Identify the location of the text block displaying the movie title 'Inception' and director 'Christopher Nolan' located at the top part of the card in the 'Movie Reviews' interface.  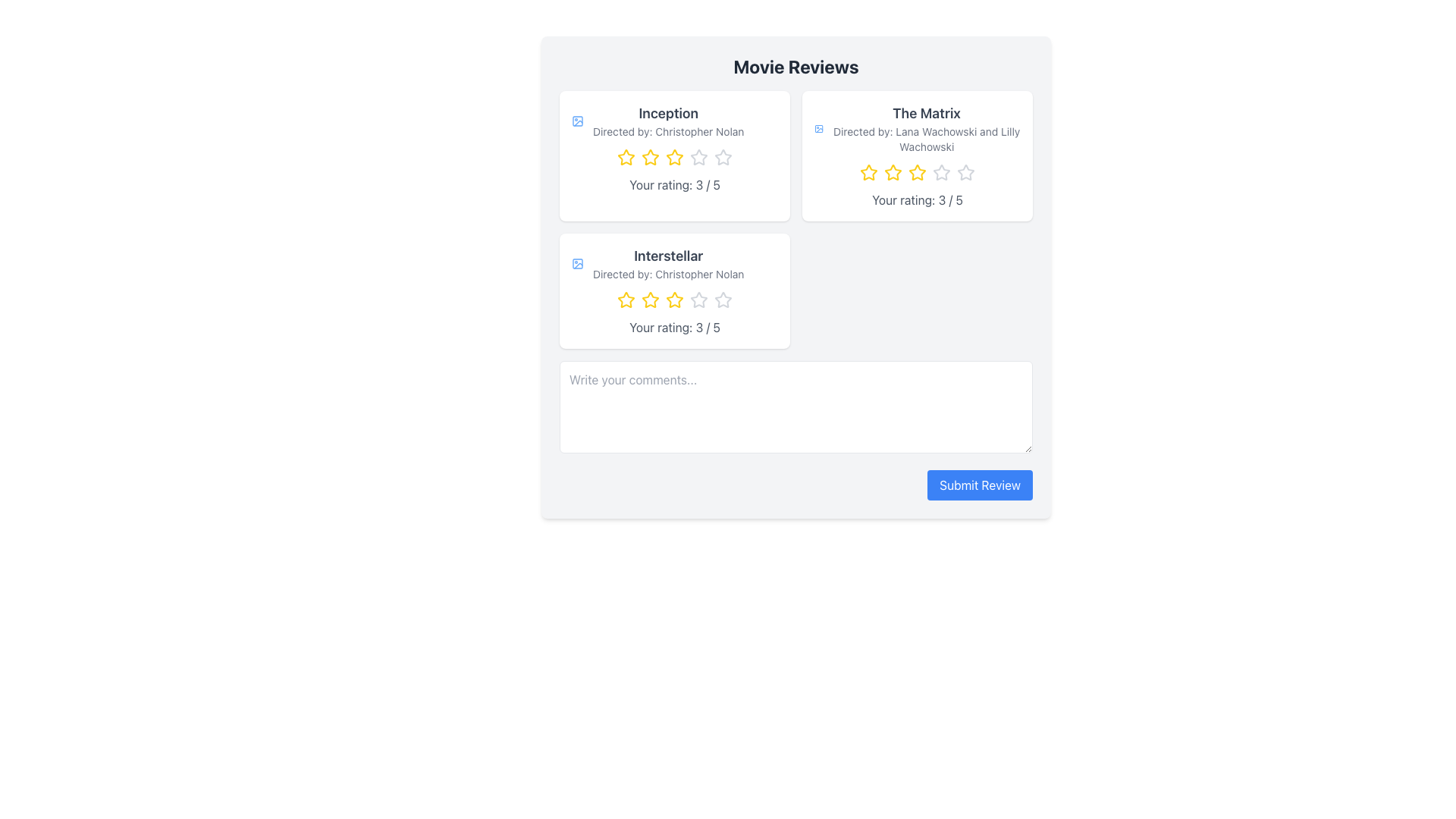
(673, 120).